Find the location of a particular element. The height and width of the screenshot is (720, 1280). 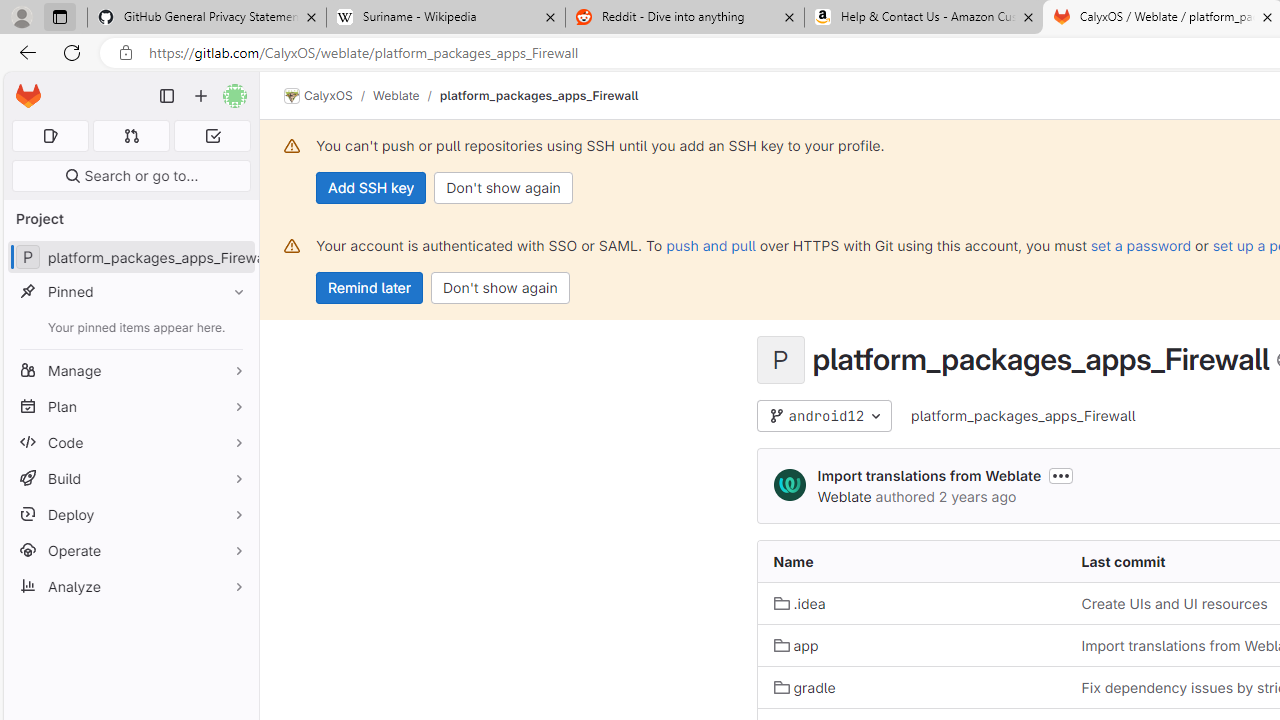

'Toggle commit description' is located at coordinates (1060, 475).